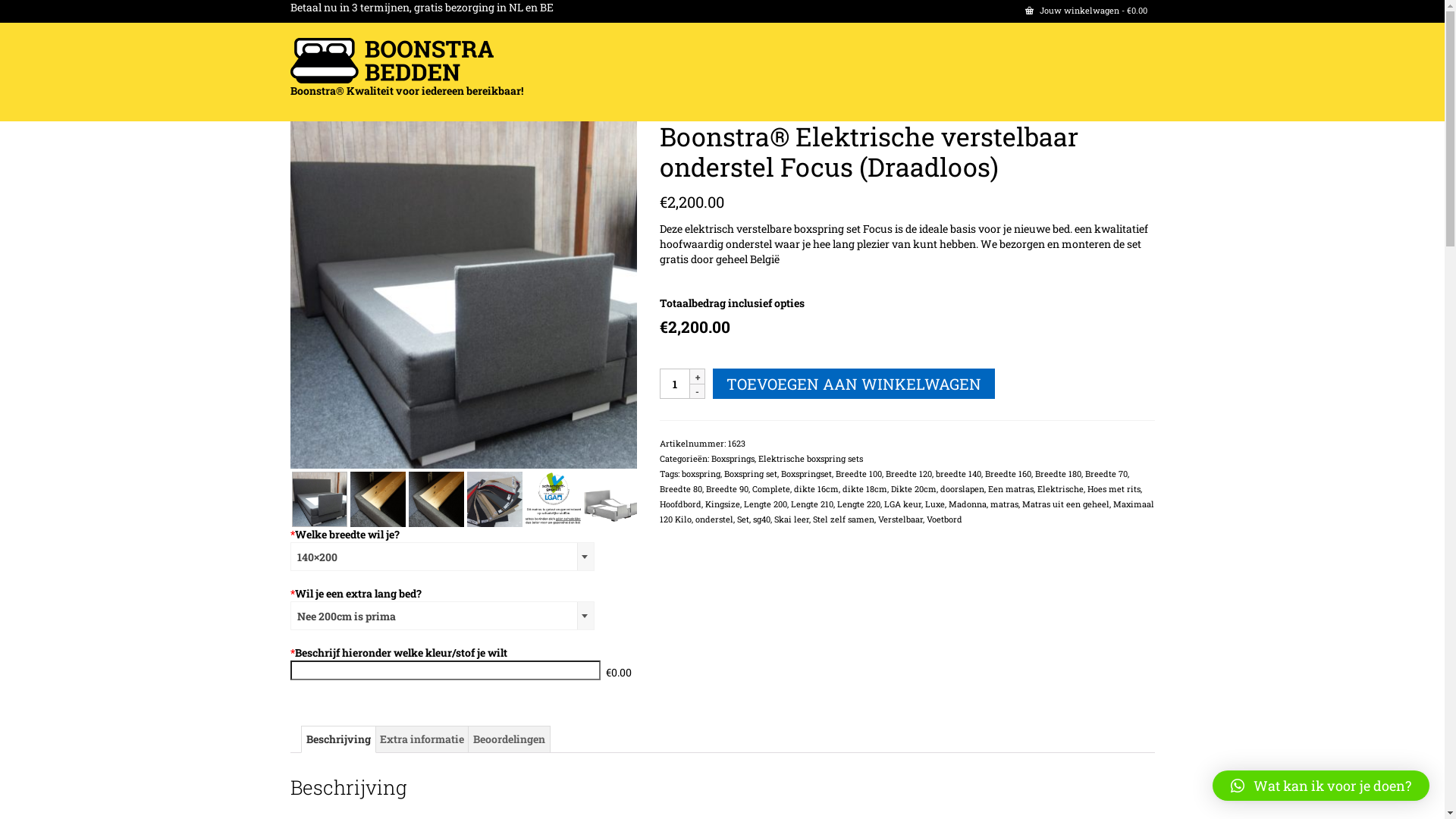 The width and height of the screenshot is (1456, 819). What do you see at coordinates (858, 504) in the screenshot?
I see `'Lengte 220'` at bounding box center [858, 504].